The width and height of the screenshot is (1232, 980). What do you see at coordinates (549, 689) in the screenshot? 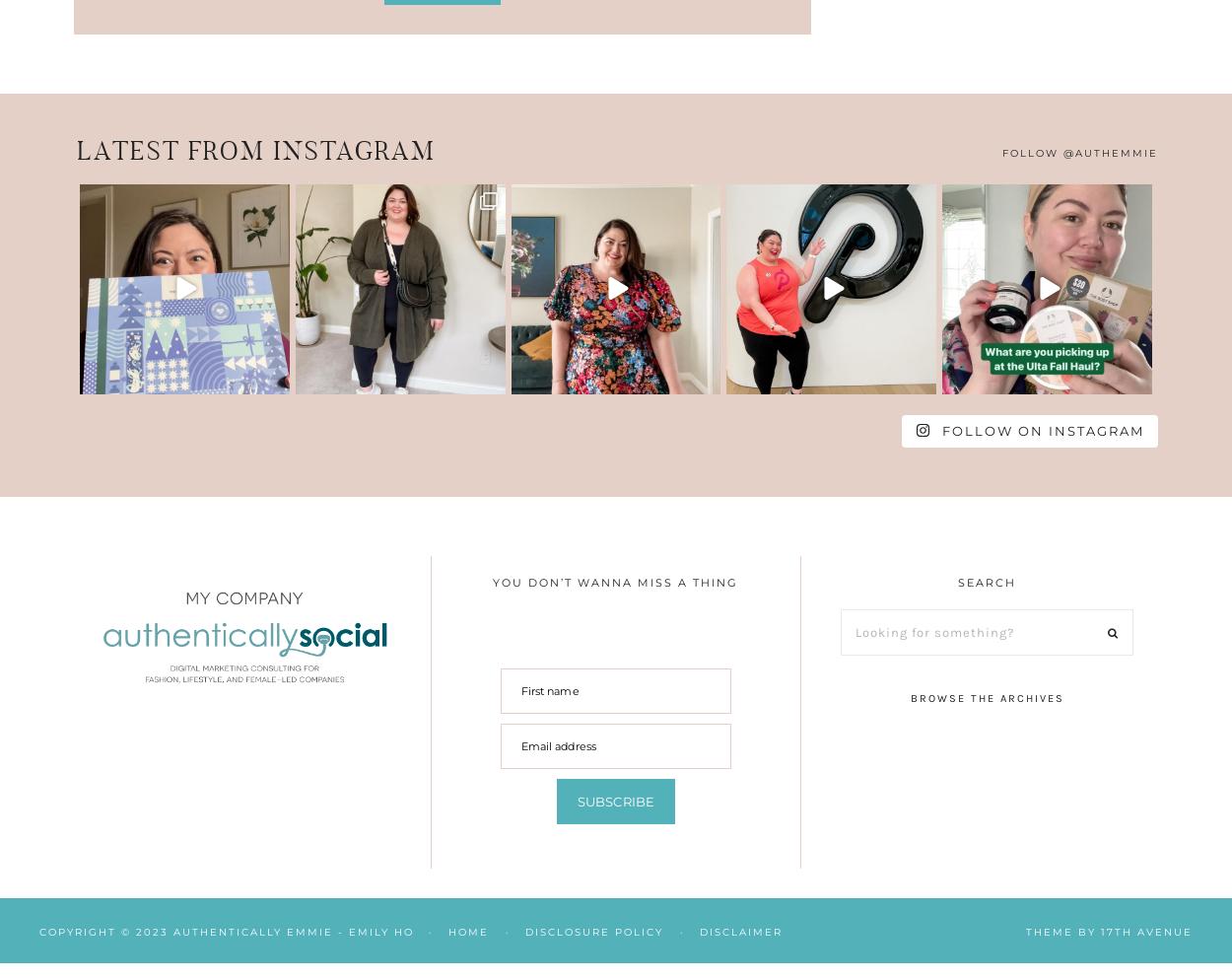
I see `'First name'` at bounding box center [549, 689].